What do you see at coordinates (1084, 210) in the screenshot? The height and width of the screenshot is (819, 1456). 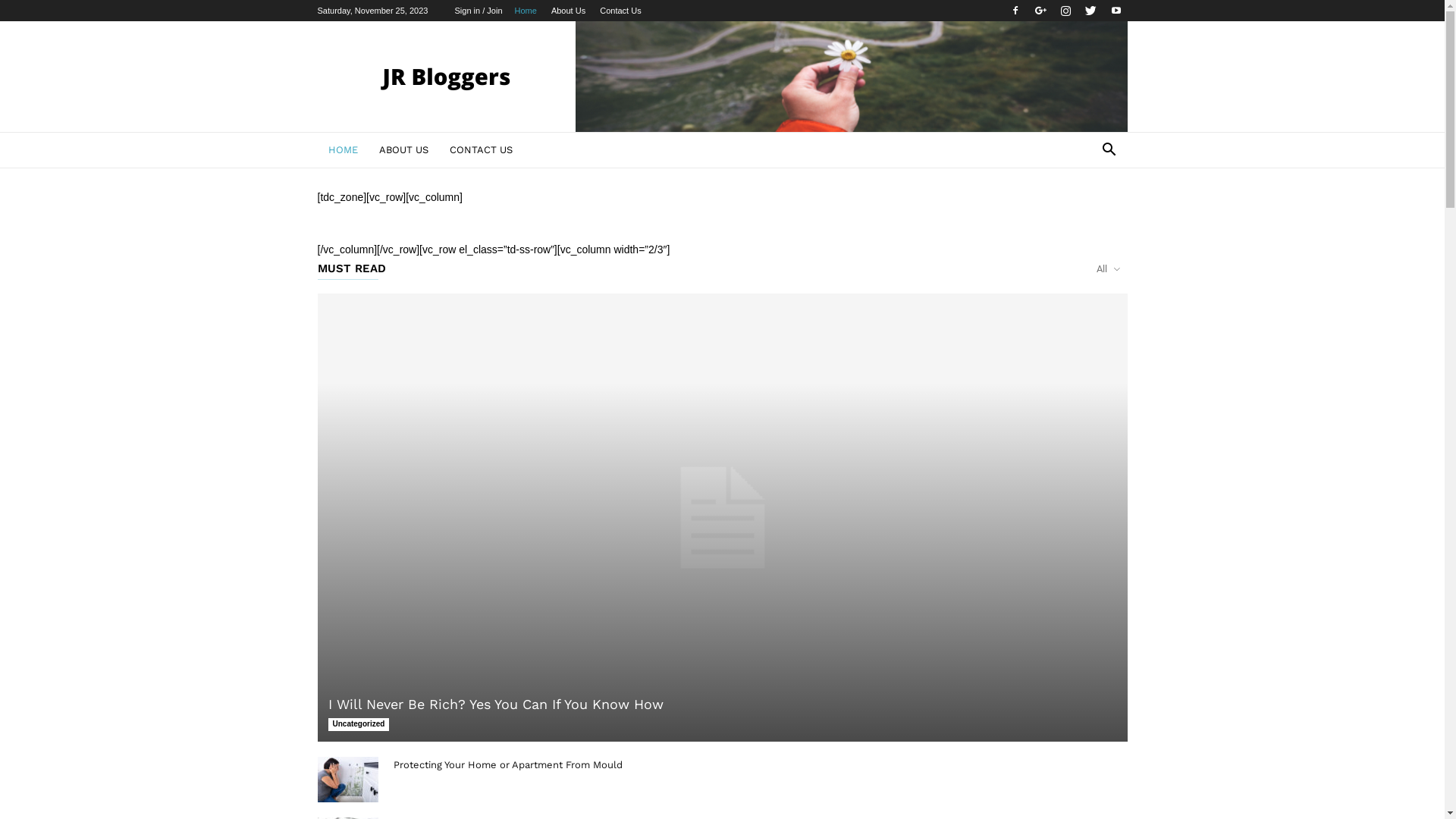 I see `'Search'` at bounding box center [1084, 210].